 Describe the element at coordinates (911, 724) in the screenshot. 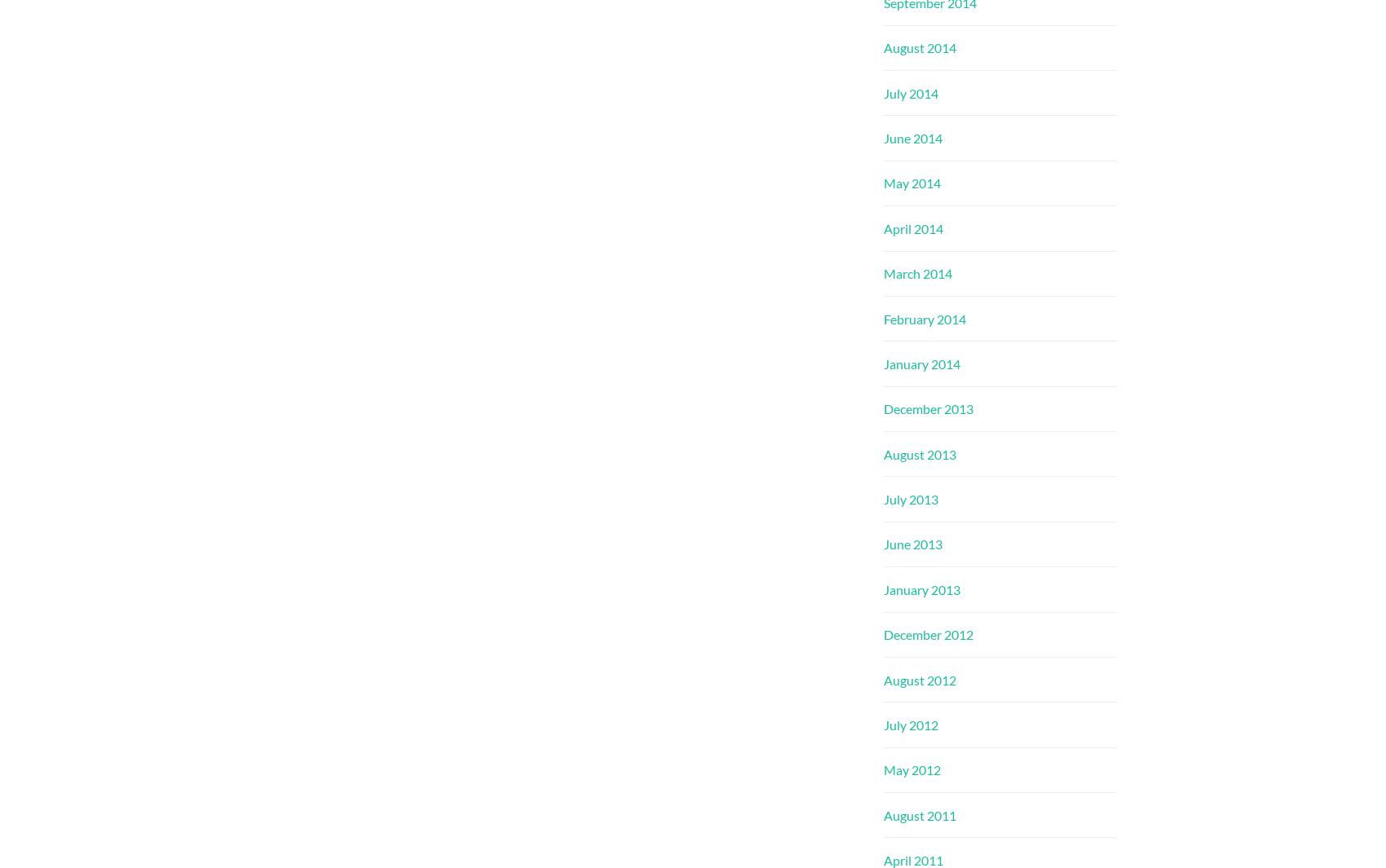

I see `'July 2012'` at that location.